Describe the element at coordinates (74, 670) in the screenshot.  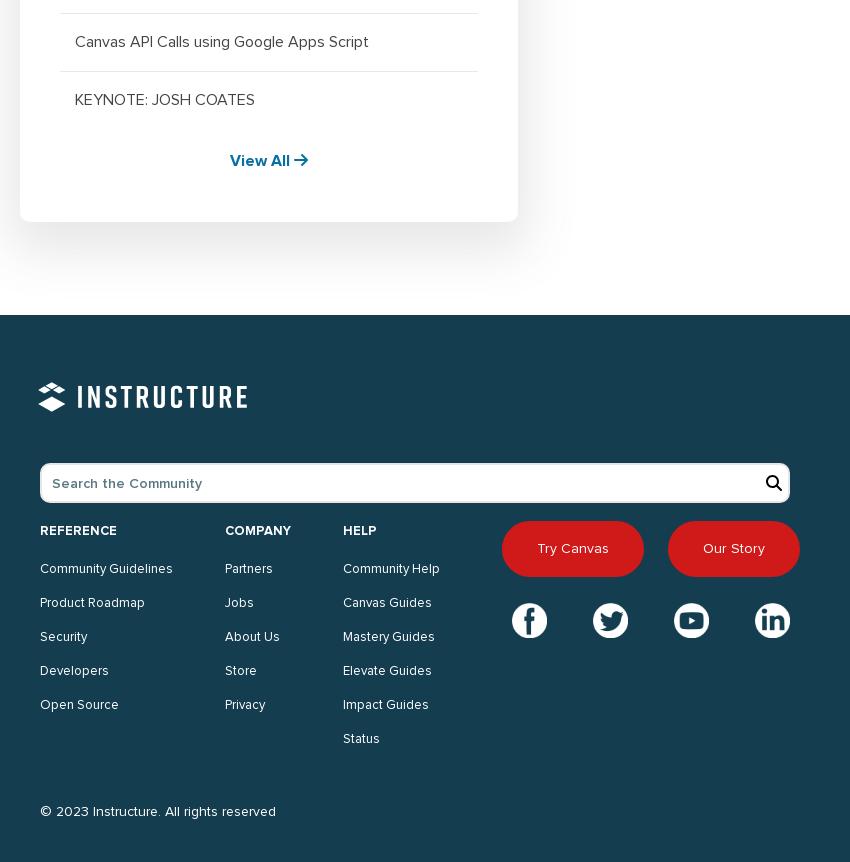
I see `'Developers'` at that location.